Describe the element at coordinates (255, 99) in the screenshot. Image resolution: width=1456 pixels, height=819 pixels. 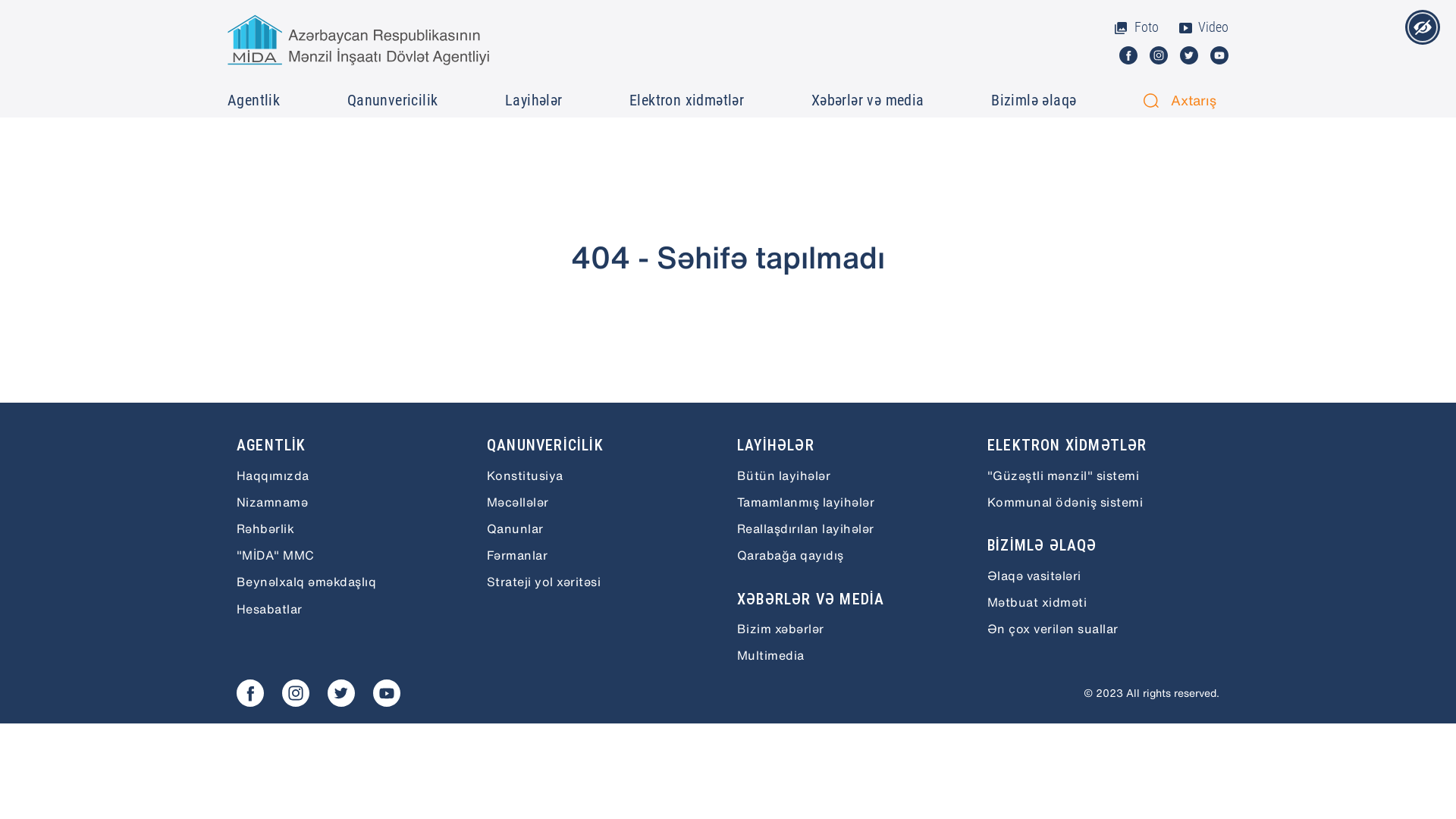
I see `'Agentlik'` at that location.